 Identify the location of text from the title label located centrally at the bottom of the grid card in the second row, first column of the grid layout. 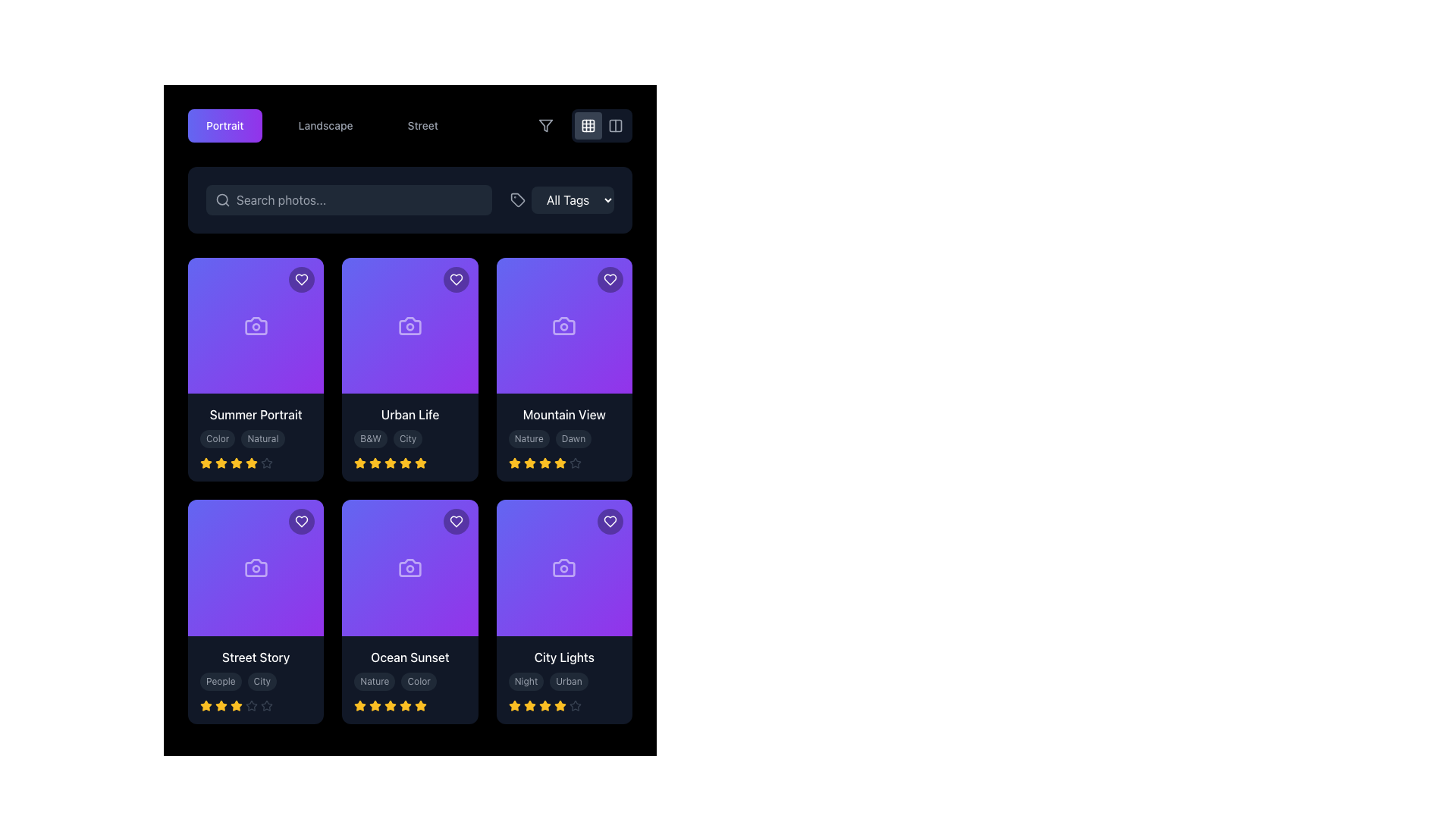
(256, 656).